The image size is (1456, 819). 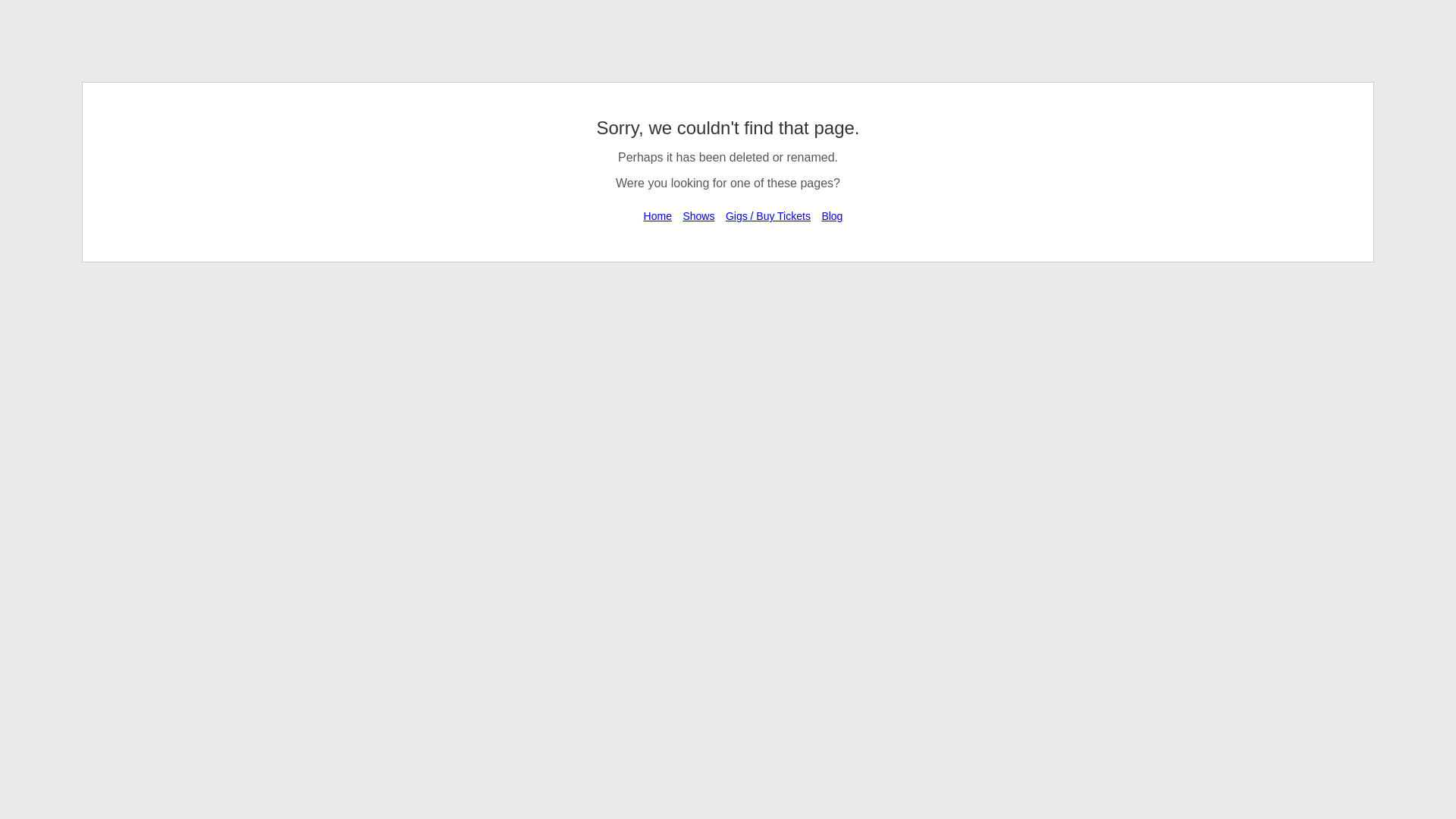 What do you see at coordinates (767, 216) in the screenshot?
I see `'Gigs / Buy Tickets'` at bounding box center [767, 216].